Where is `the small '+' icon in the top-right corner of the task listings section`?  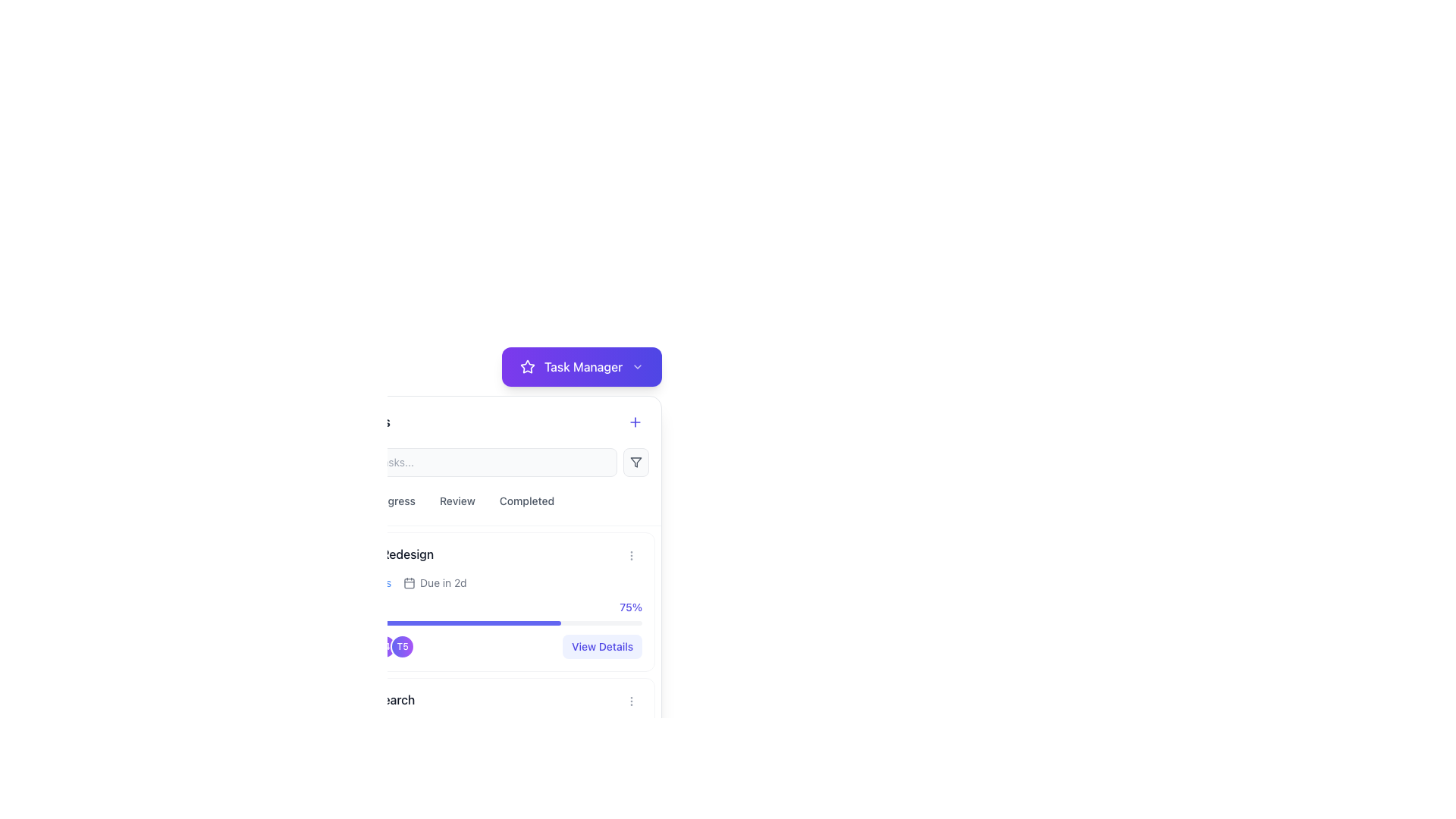
the small '+' icon in the top-right corner of the task listings section is located at coordinates (635, 422).